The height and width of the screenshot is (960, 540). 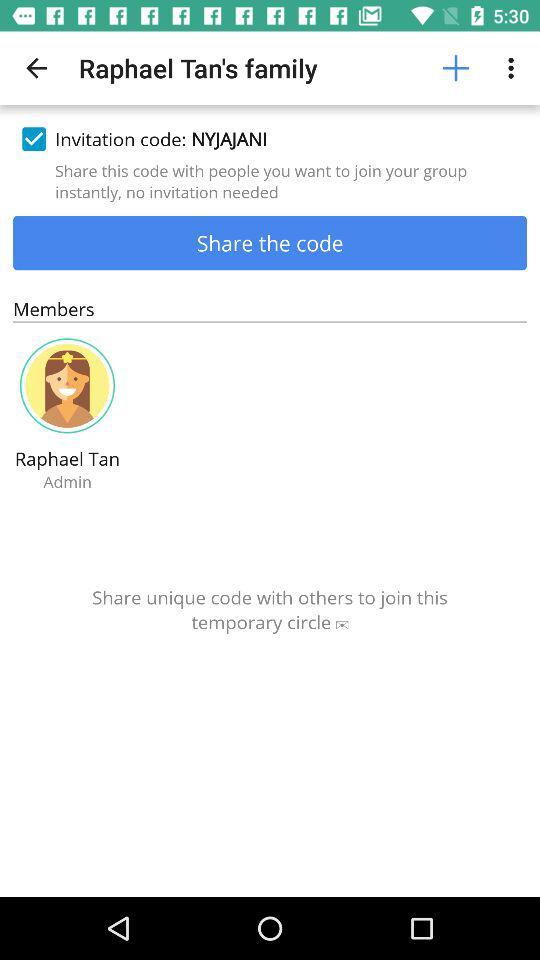 What do you see at coordinates (456, 68) in the screenshot?
I see `the button which is next to the raphael tans family` at bounding box center [456, 68].